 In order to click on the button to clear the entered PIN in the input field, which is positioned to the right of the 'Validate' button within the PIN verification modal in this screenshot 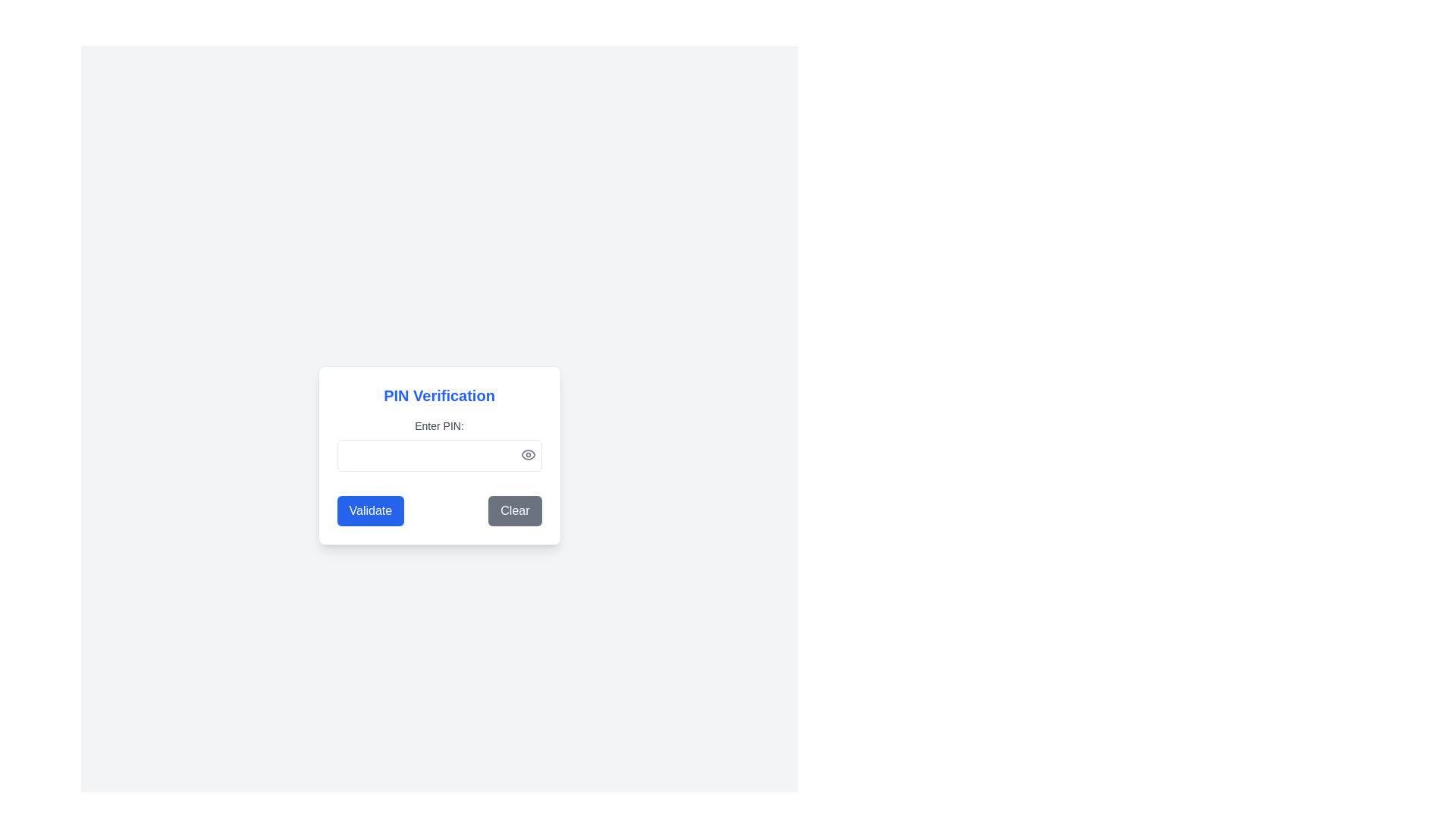, I will do `click(515, 511)`.